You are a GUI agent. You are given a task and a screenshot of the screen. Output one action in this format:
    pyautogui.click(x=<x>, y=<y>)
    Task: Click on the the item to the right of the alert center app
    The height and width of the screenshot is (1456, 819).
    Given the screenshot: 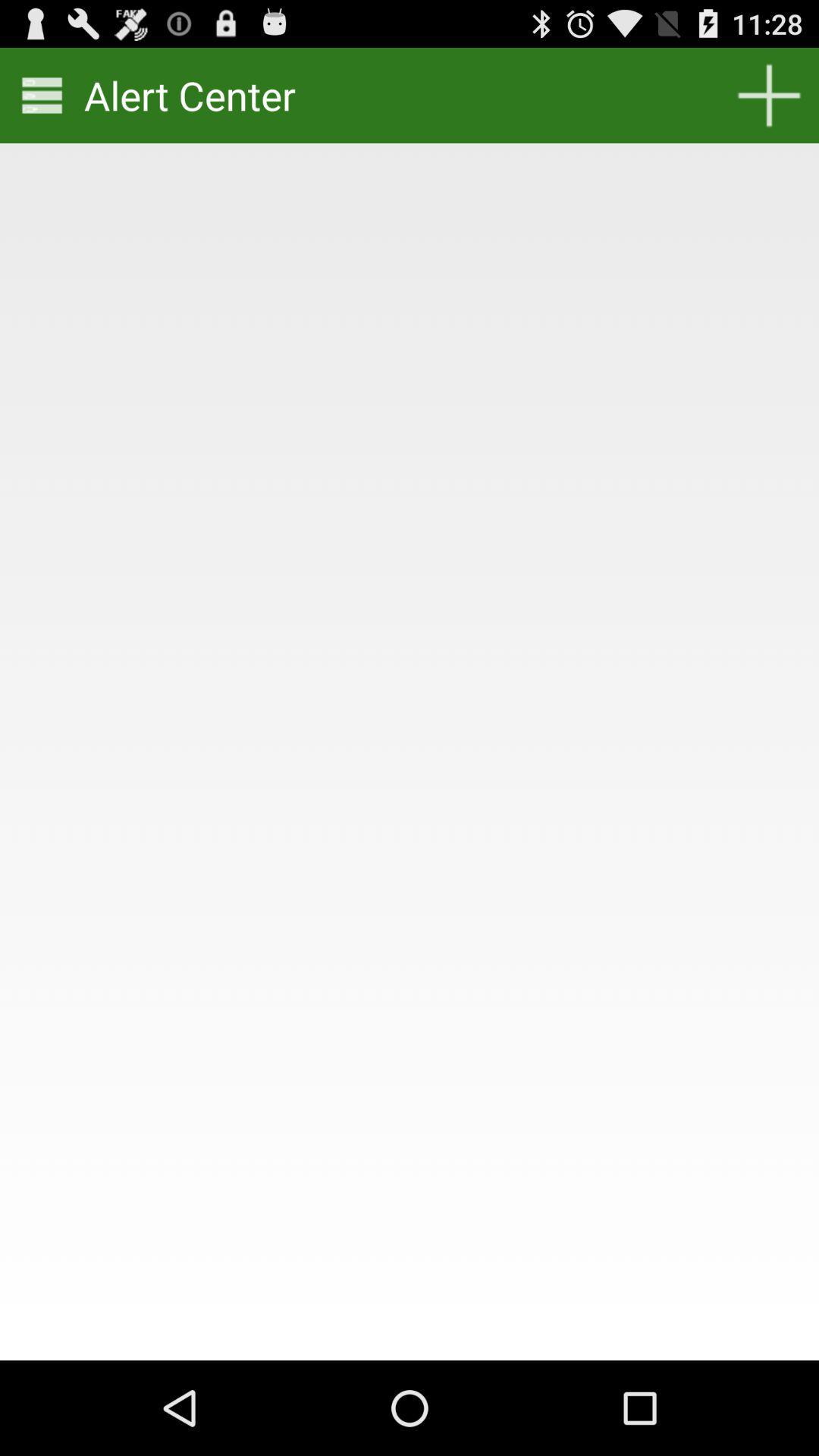 What is the action you would take?
    pyautogui.click(x=769, y=94)
    